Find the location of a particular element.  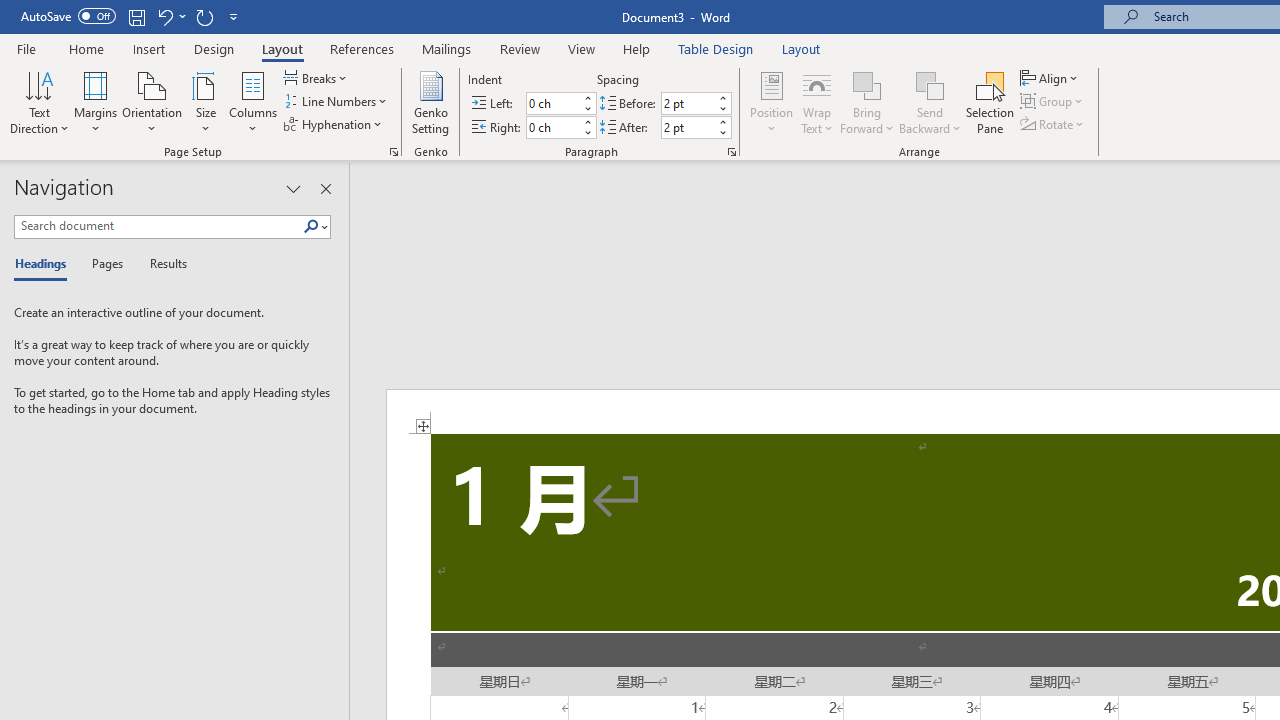

'Spacing After' is located at coordinates (688, 127).